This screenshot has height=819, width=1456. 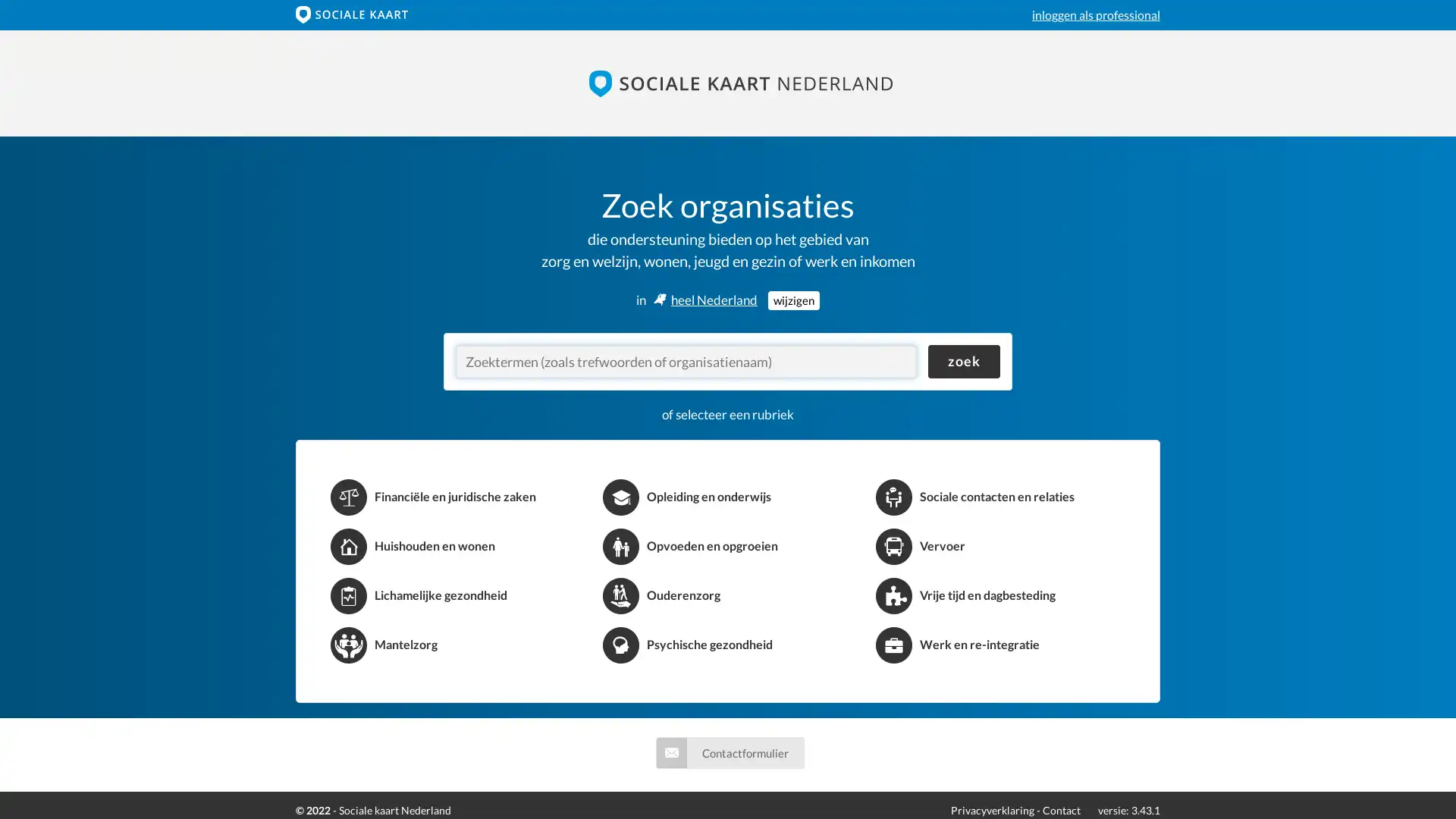 What do you see at coordinates (963, 362) in the screenshot?
I see `zoek` at bounding box center [963, 362].